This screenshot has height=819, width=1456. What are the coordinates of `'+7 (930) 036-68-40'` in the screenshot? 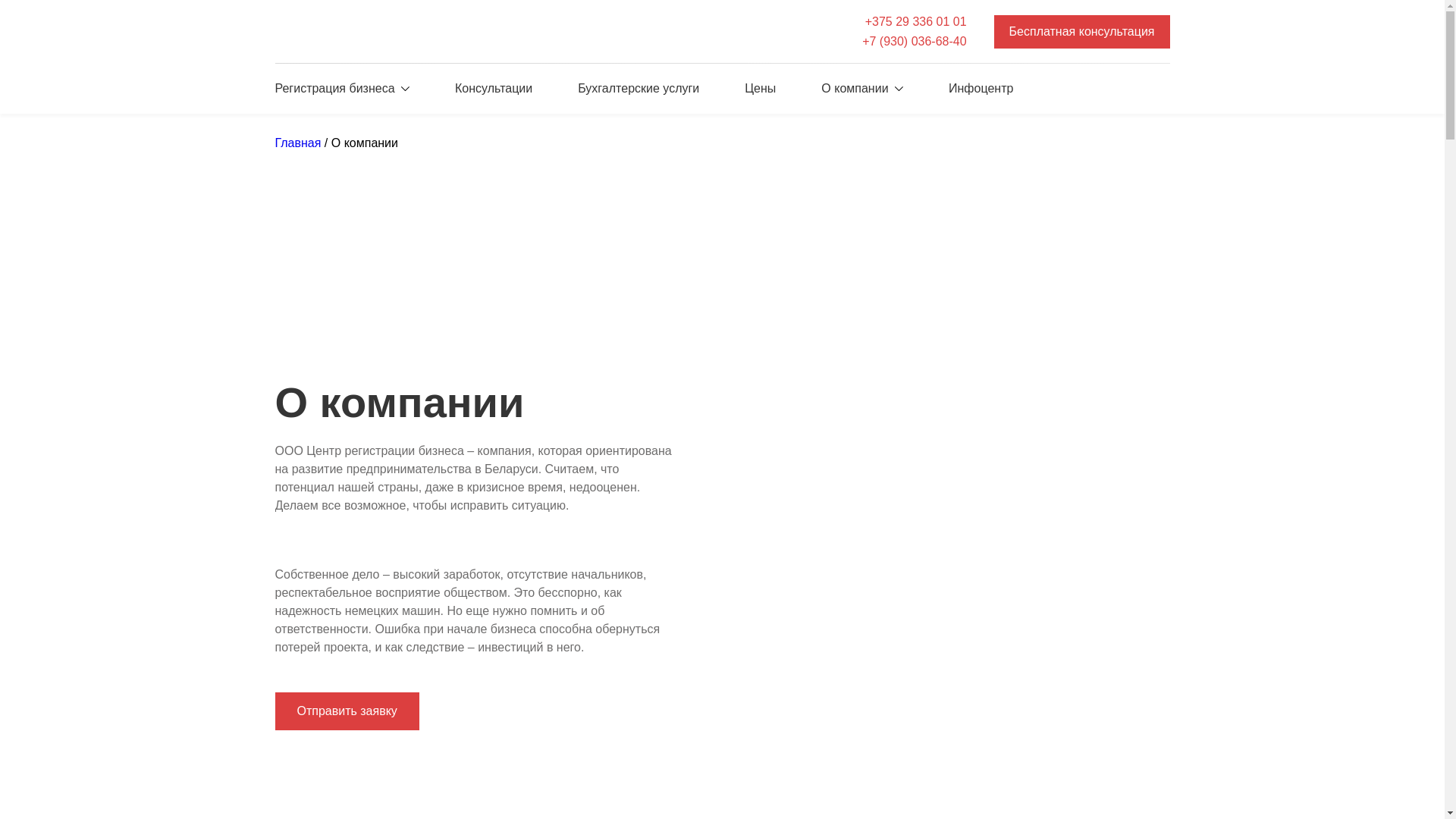 It's located at (913, 40).